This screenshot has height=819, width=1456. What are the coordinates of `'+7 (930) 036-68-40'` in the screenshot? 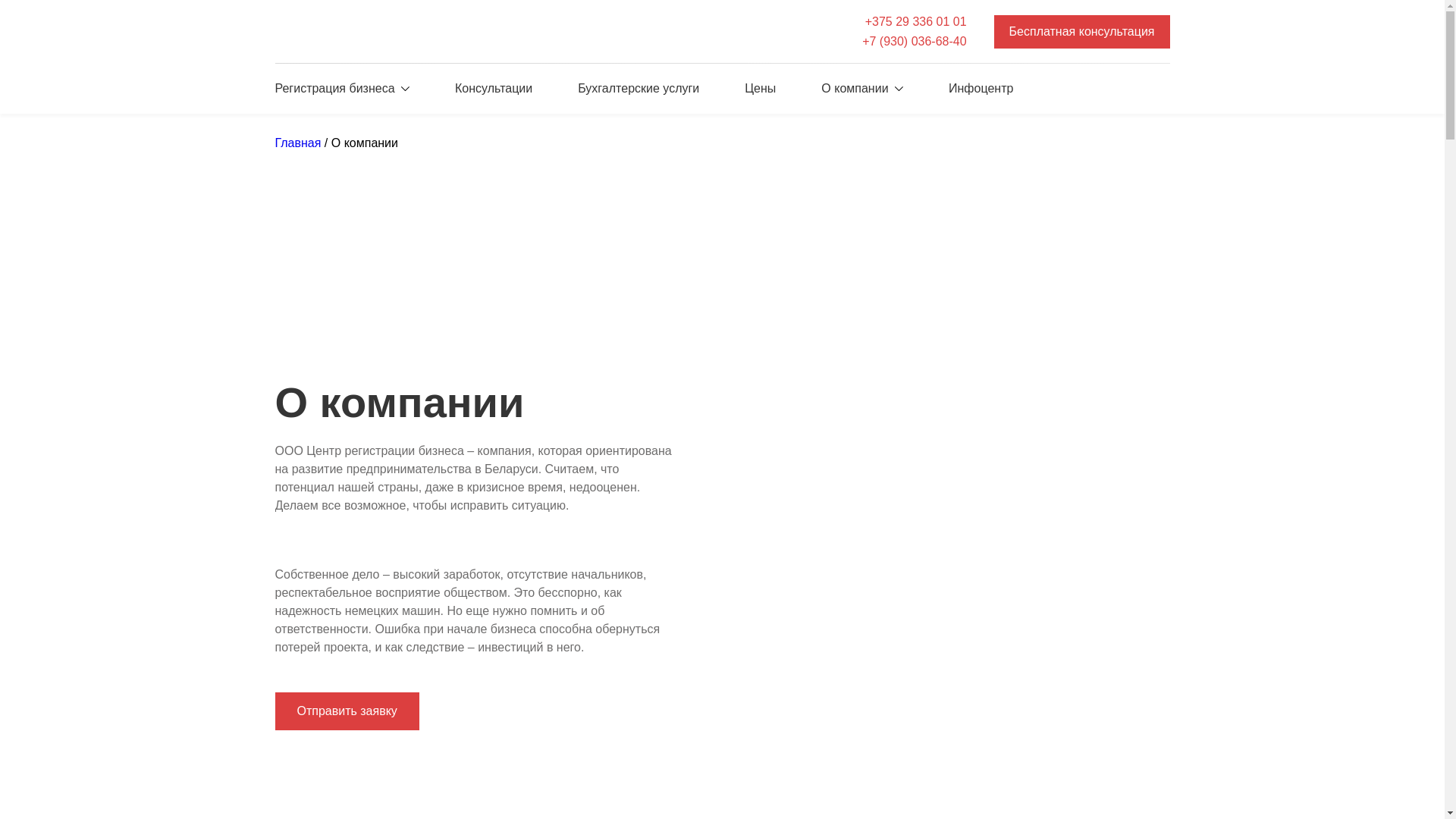 It's located at (913, 40).